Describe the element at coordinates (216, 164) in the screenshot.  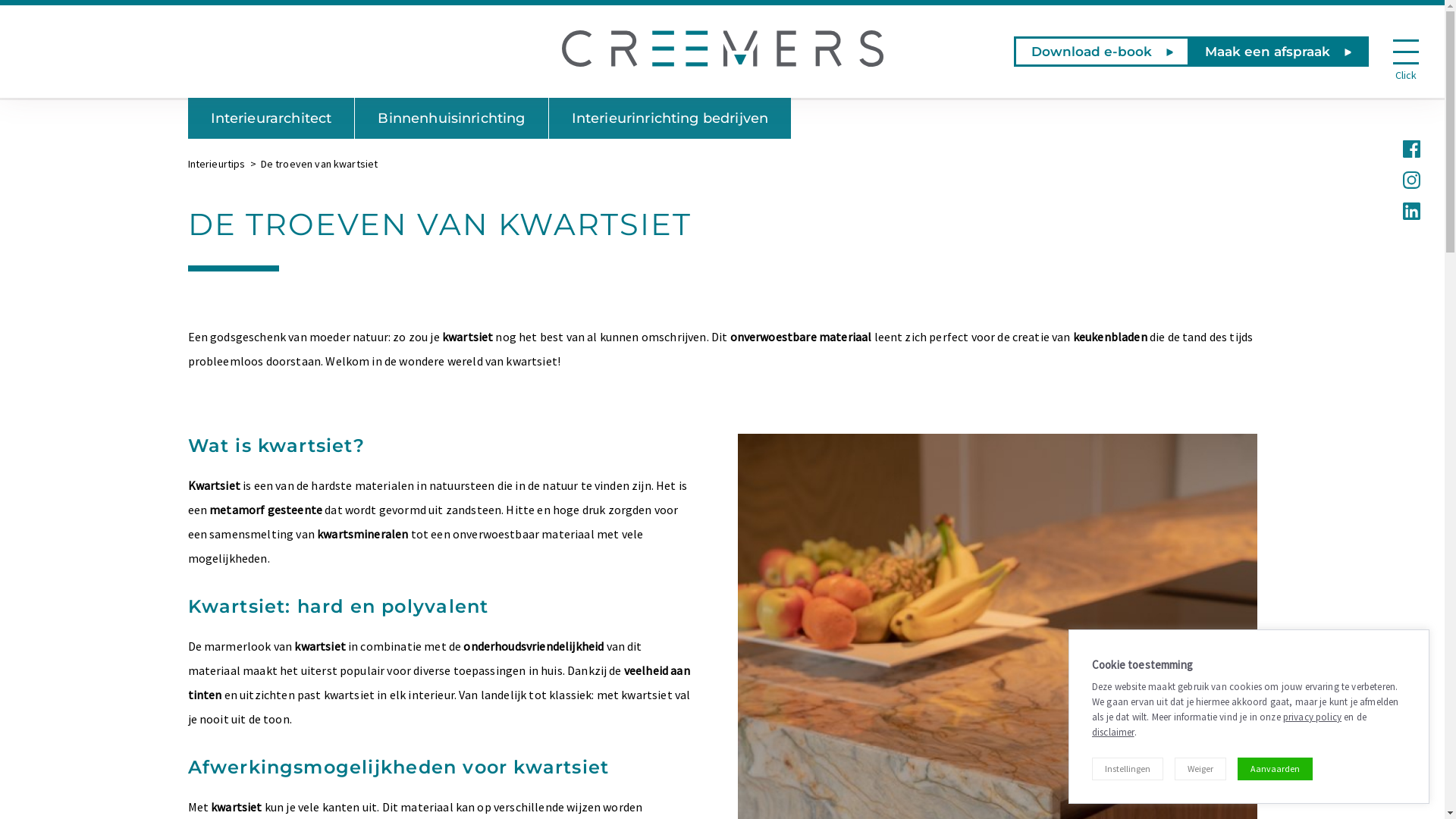
I see `'Interieurtips'` at that location.